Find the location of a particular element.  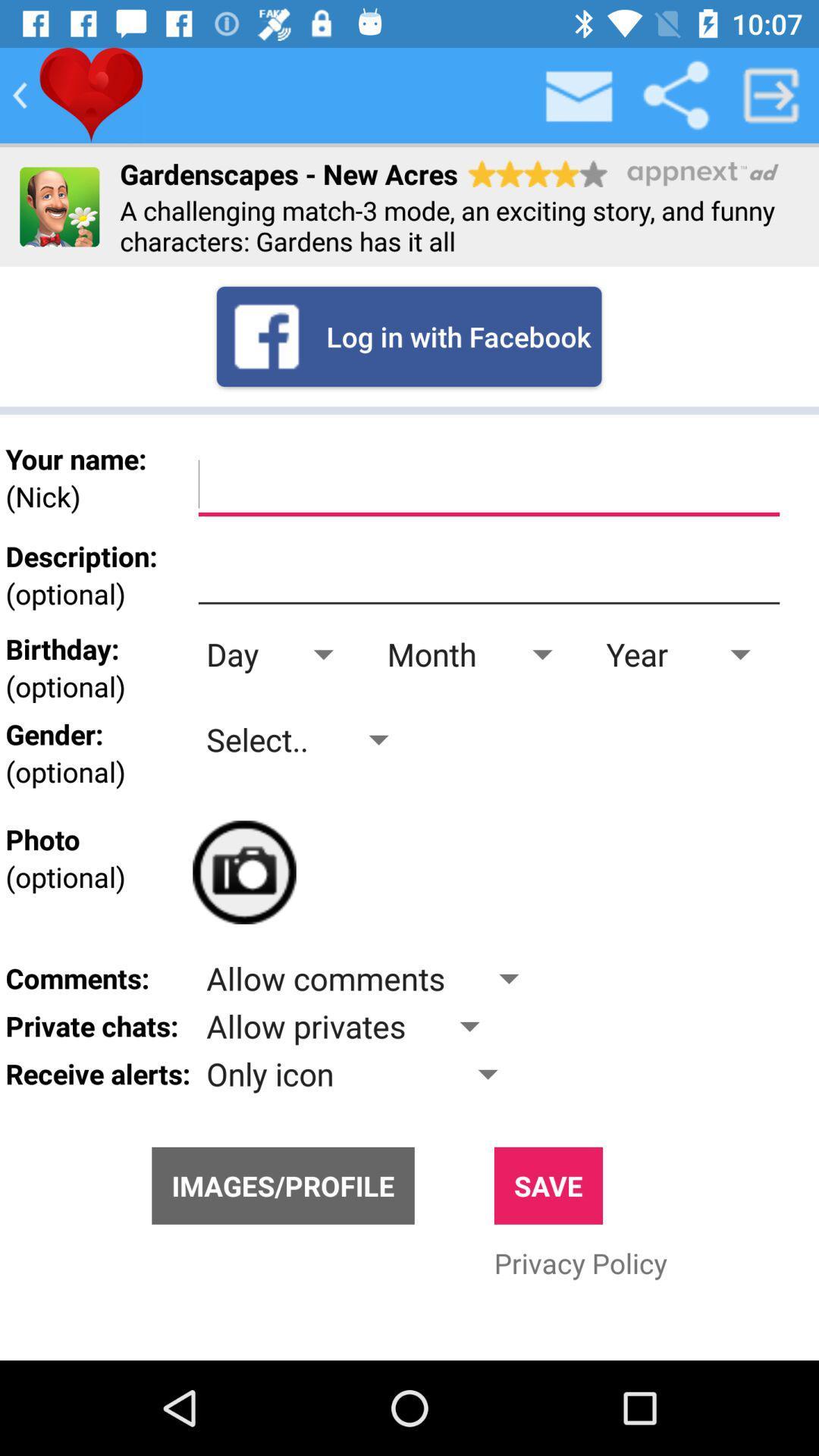

go back is located at coordinates (20, 94).